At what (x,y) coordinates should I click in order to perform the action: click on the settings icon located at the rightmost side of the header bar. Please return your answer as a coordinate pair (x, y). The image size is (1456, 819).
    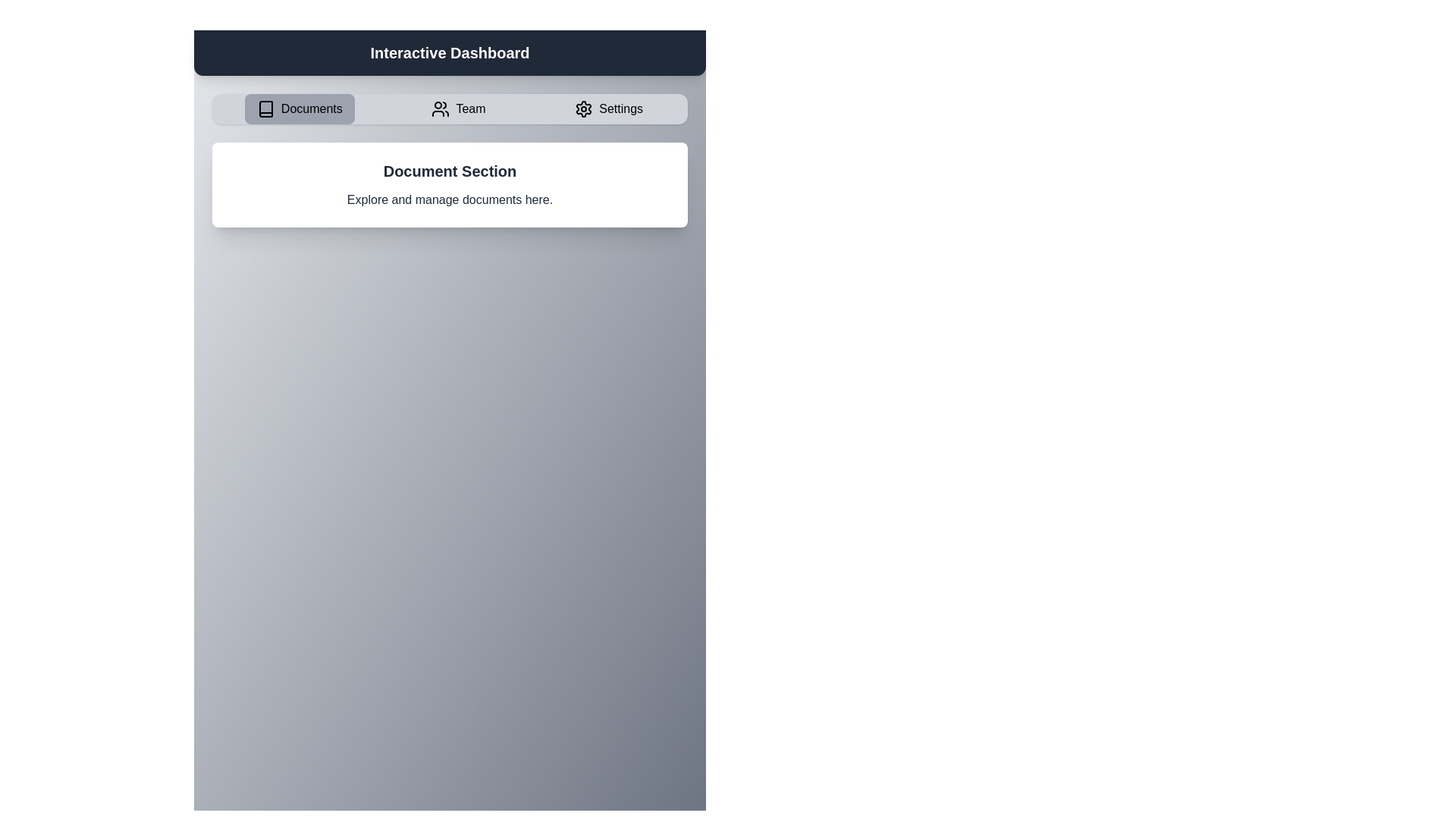
    Looking at the image, I should click on (583, 108).